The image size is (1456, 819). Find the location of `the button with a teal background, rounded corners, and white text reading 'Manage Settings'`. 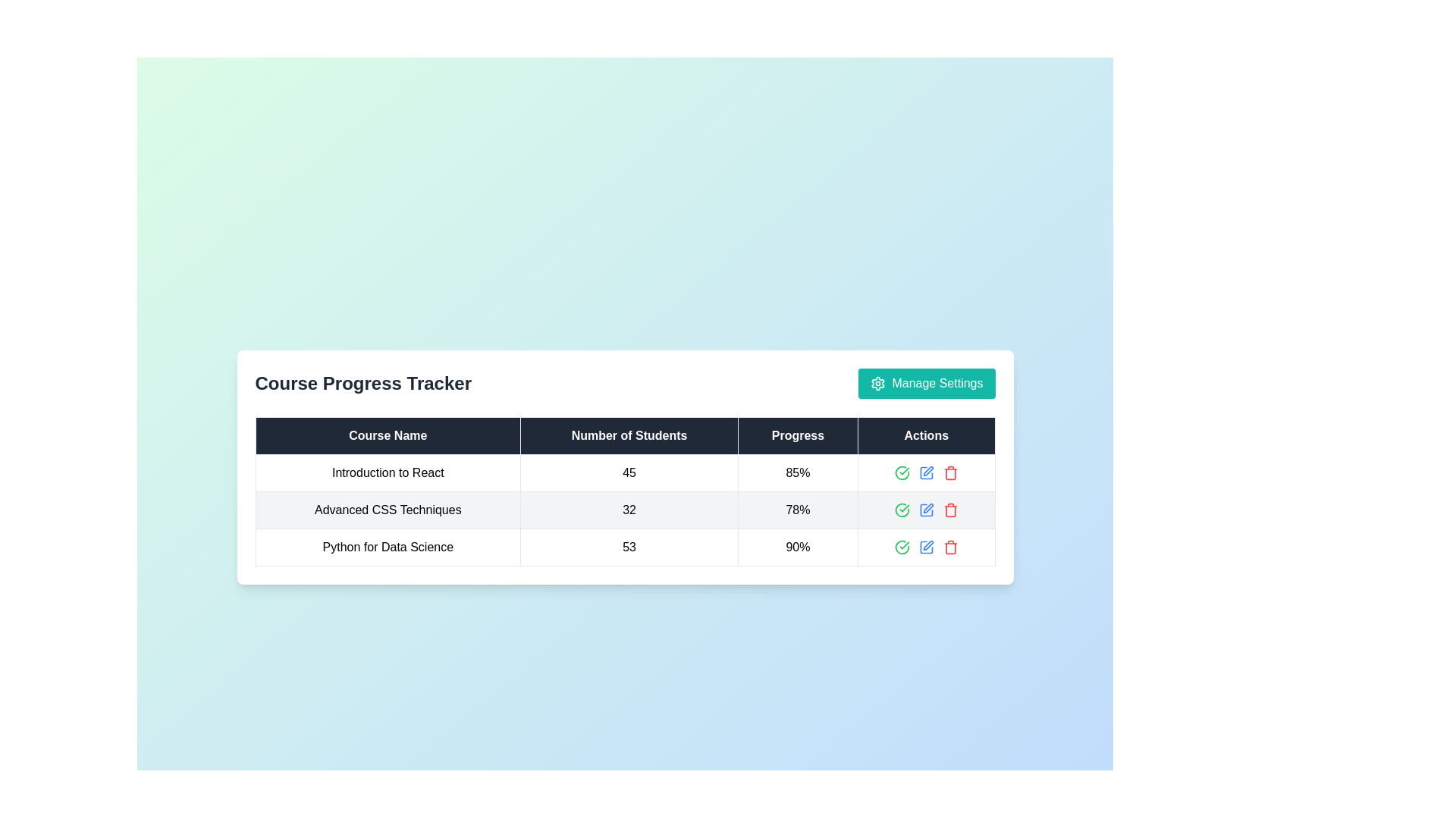

the button with a teal background, rounded corners, and white text reading 'Manage Settings' is located at coordinates (926, 382).